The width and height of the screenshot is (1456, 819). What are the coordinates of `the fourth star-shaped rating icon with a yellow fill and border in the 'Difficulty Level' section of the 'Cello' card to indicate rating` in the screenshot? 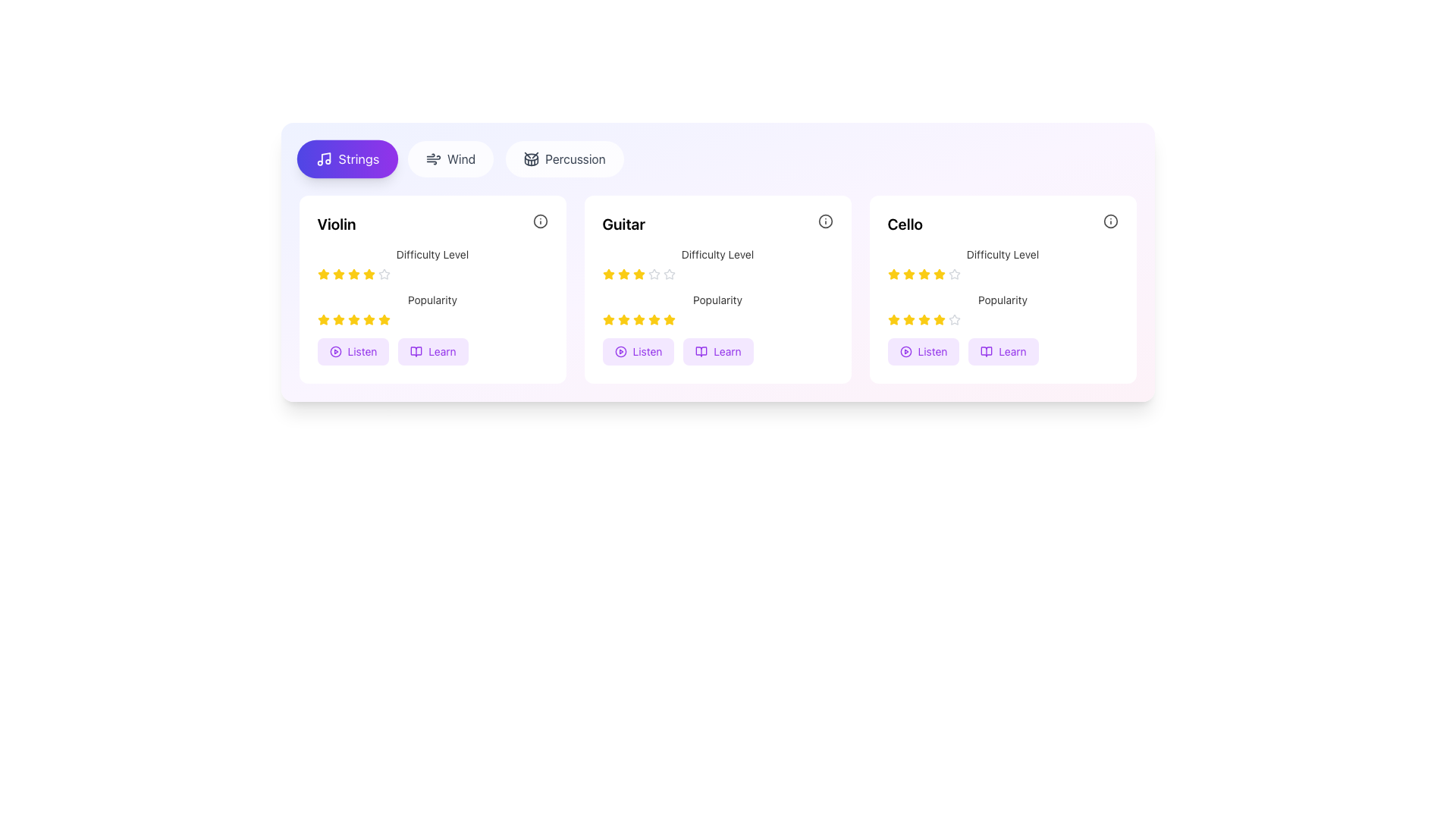 It's located at (923, 275).